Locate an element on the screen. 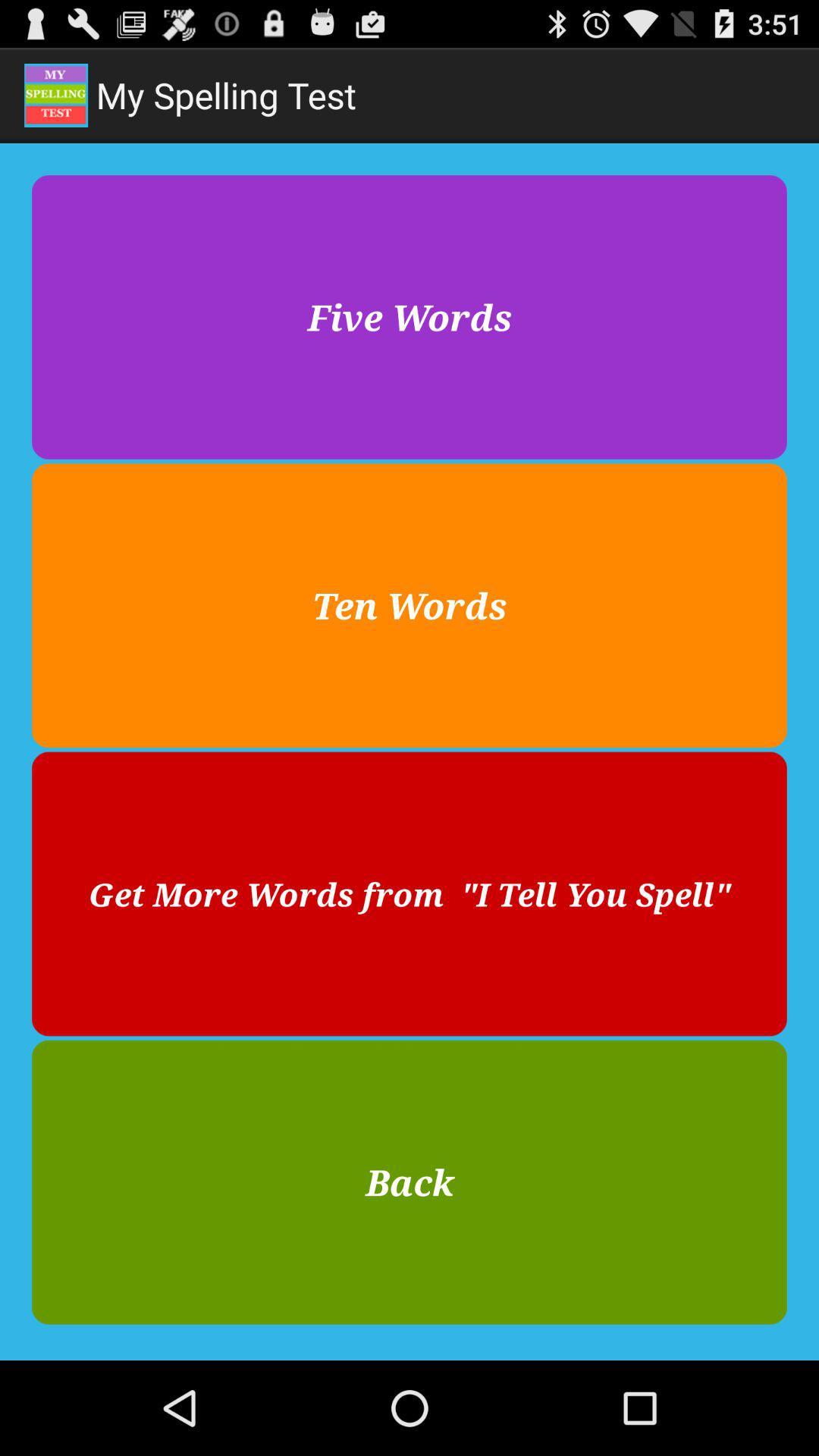 The height and width of the screenshot is (1456, 819). item above the back button is located at coordinates (409, 894).